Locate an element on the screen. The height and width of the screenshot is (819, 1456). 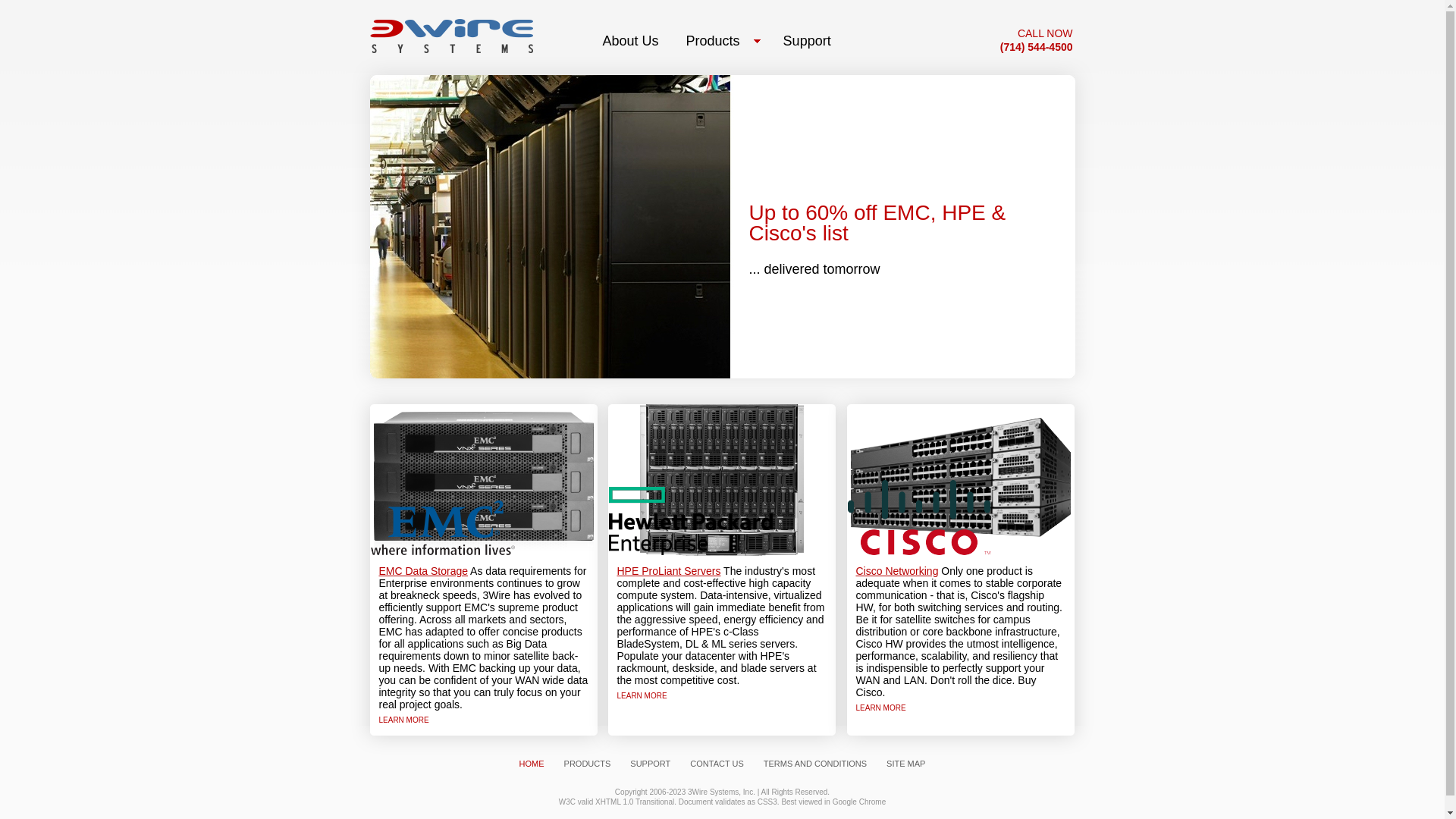
'Google Chrome' is located at coordinates (859, 801).